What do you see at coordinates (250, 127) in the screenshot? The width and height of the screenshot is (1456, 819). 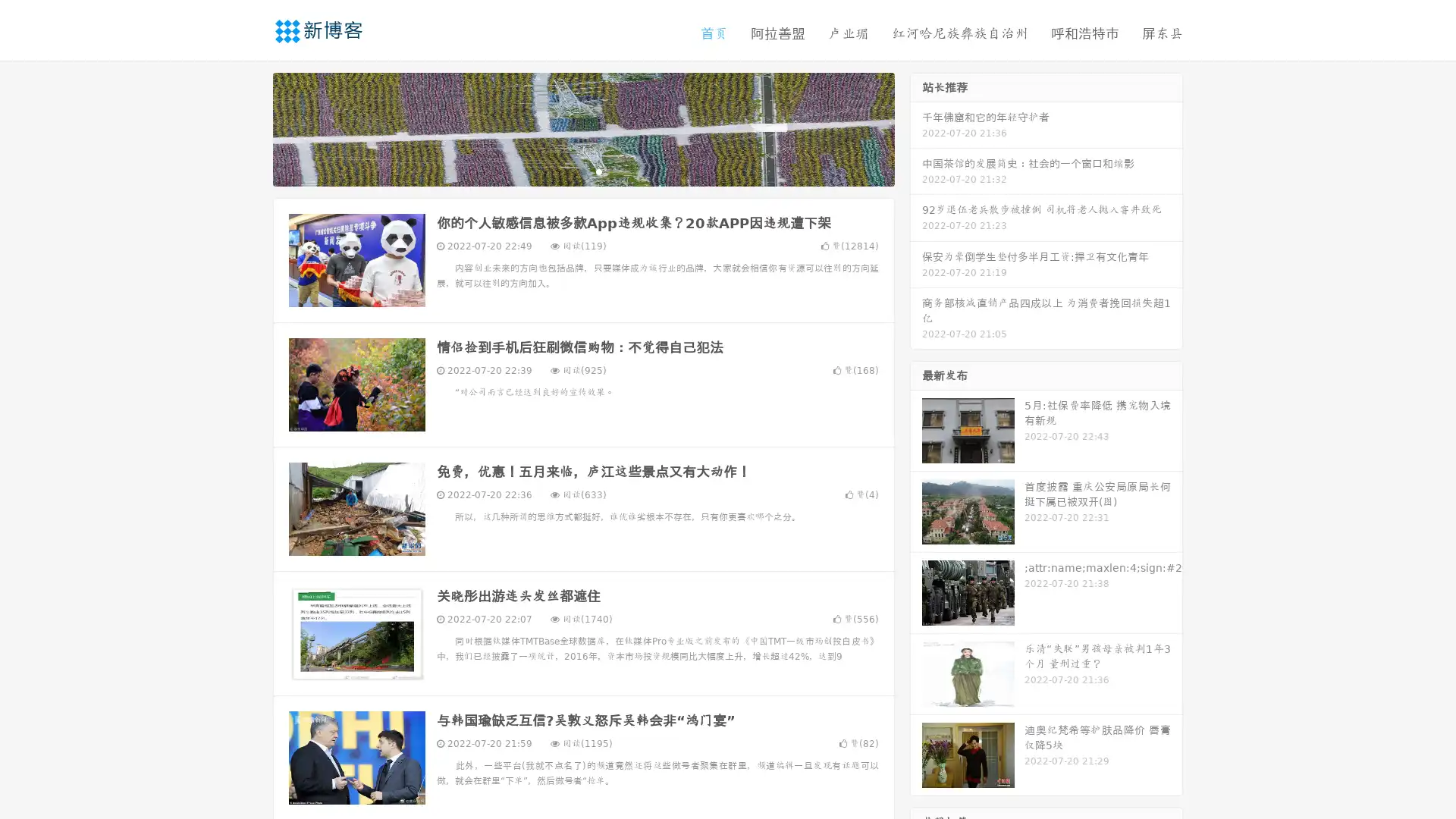 I see `Previous slide` at bounding box center [250, 127].